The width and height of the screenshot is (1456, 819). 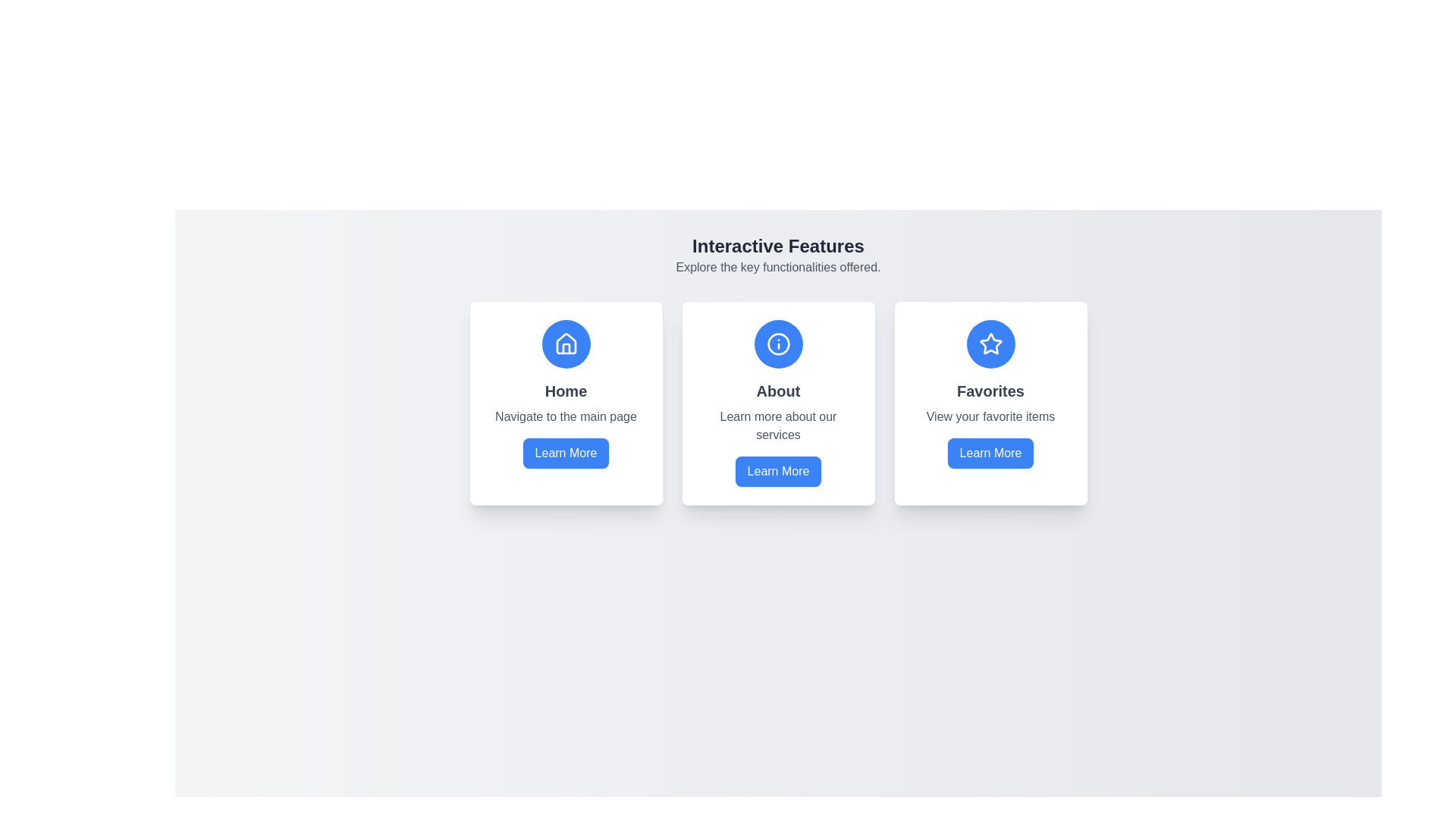 I want to click on the text label that contains the text 'Navigate to the main page', which is styled with a centered alignment in gray font and is positioned between the 'Home' title and the 'Learn More' button, so click(x=565, y=417).